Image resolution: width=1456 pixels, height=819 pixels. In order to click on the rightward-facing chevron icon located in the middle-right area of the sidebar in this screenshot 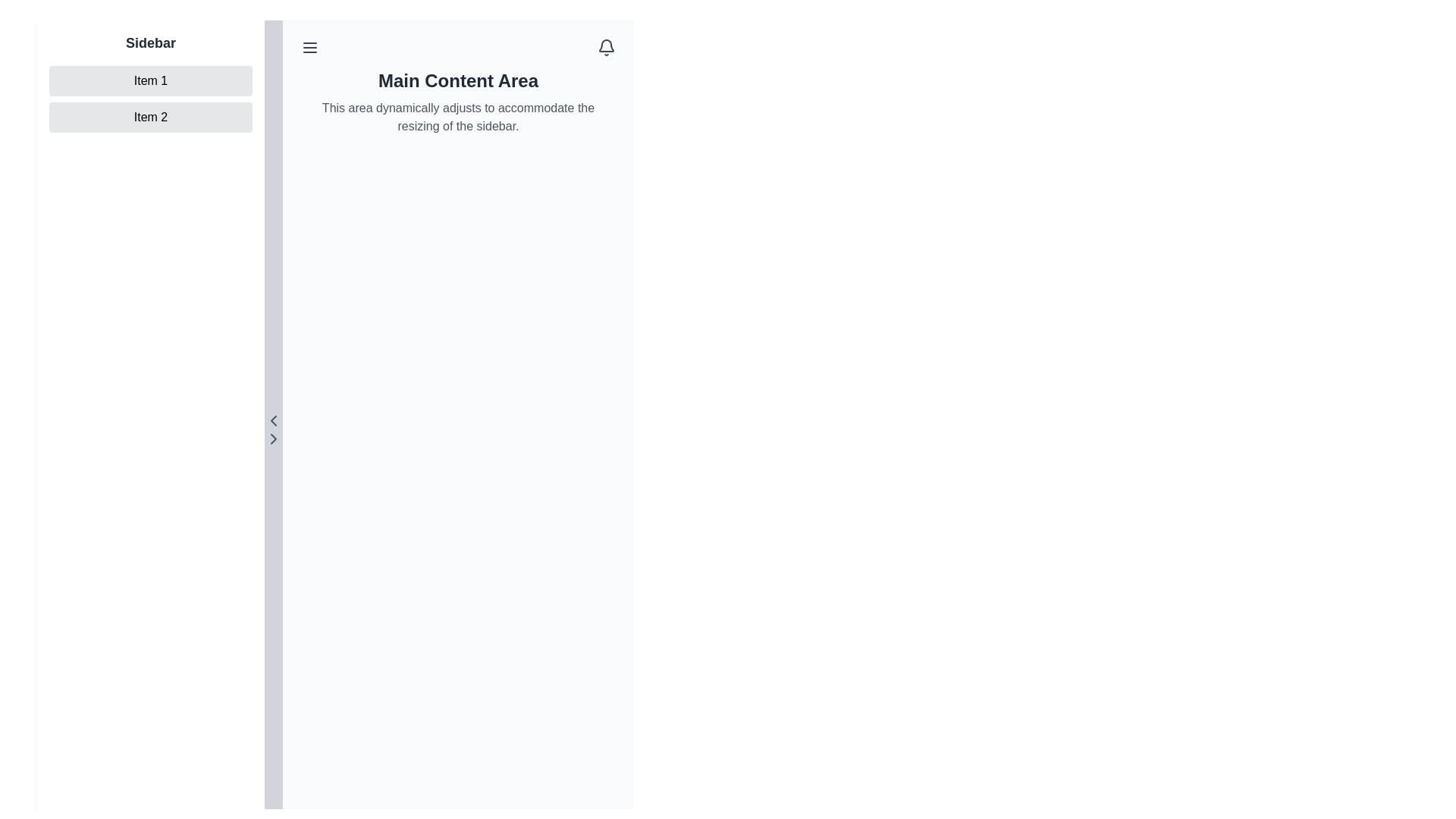, I will do `click(273, 438)`.